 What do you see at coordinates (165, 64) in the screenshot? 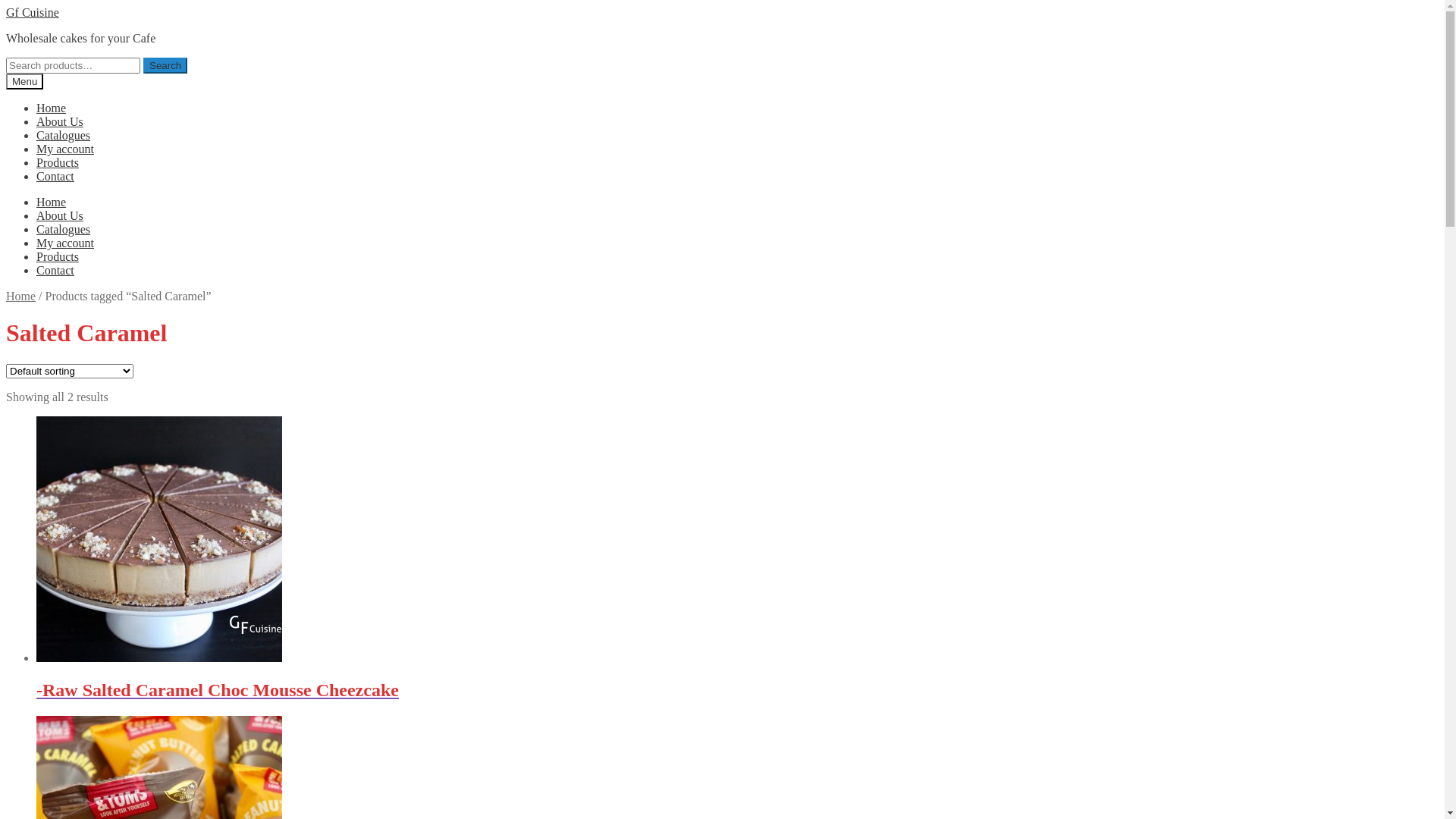
I see `'Search'` at bounding box center [165, 64].